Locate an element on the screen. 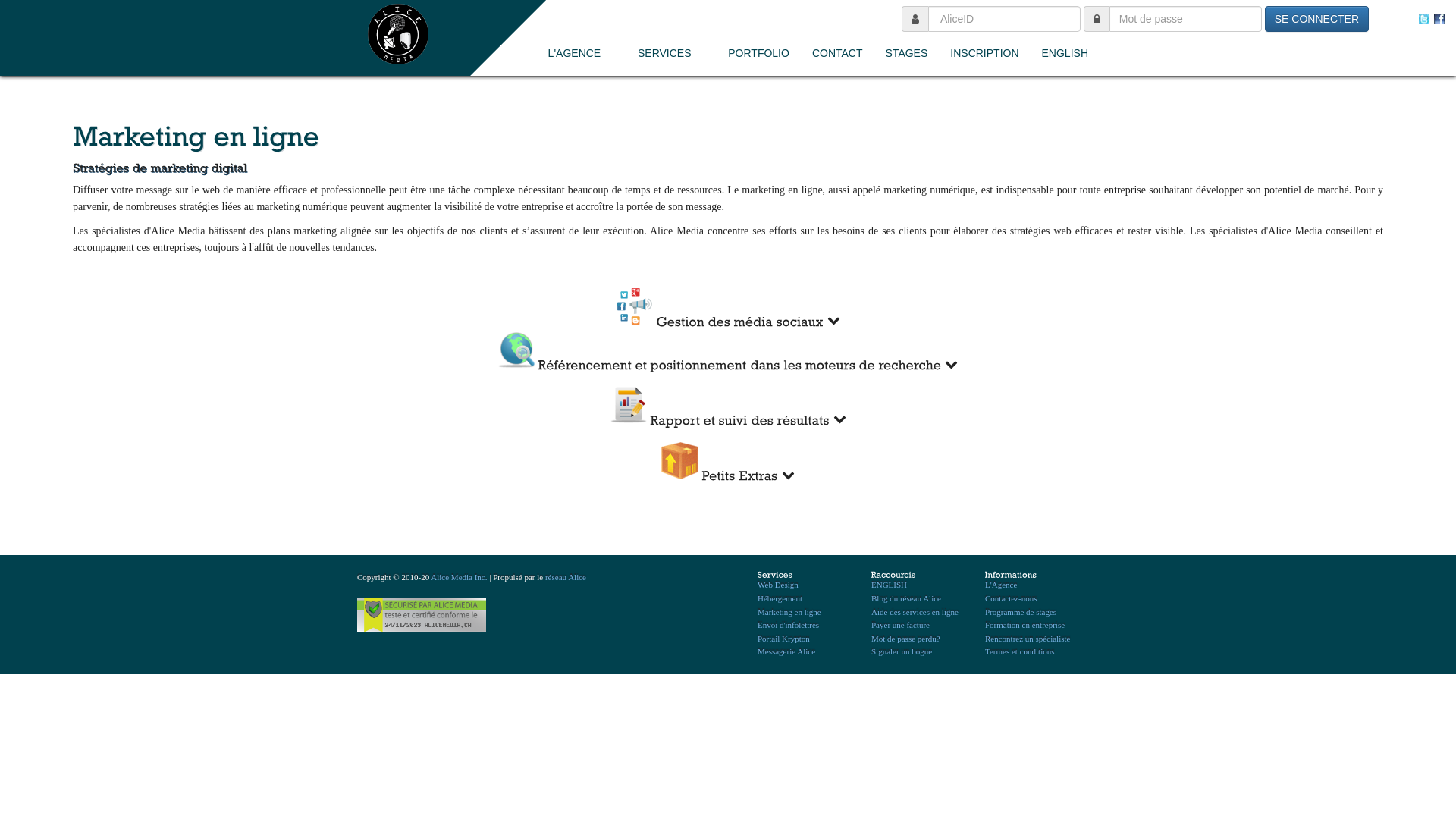 The height and width of the screenshot is (819, 1456). 'CONTACT' is located at coordinates (836, 52).